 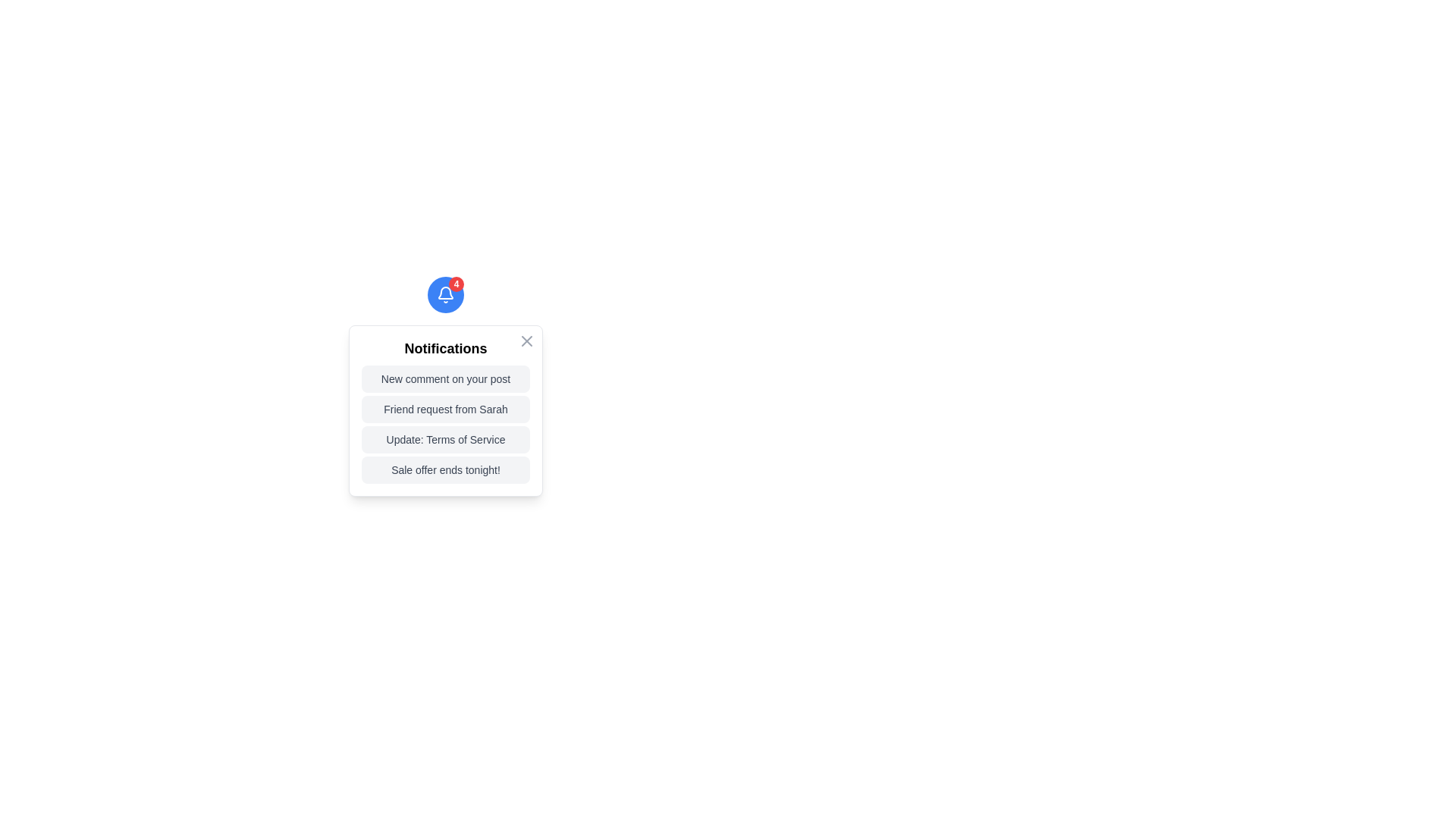 What do you see at coordinates (445, 295) in the screenshot?
I see `the bell icon, which is a white notification symbol outlined in a thin stroke, located at the center of a blue circular background just above the notification badge` at bounding box center [445, 295].